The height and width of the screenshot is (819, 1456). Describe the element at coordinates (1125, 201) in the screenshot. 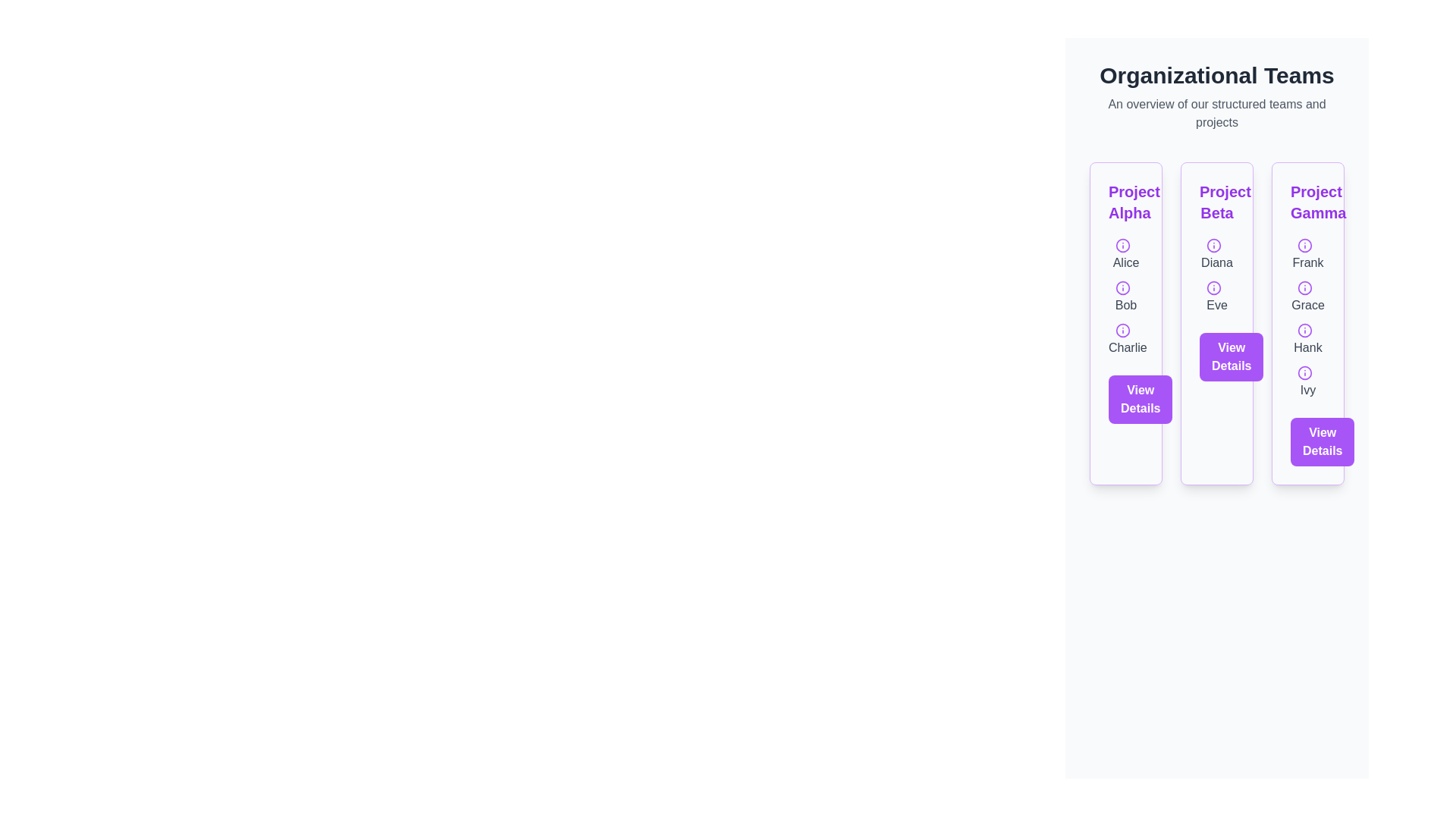

I see `the text label displaying 'Project Alpha' at the top of the leftmost column containing project names` at that location.